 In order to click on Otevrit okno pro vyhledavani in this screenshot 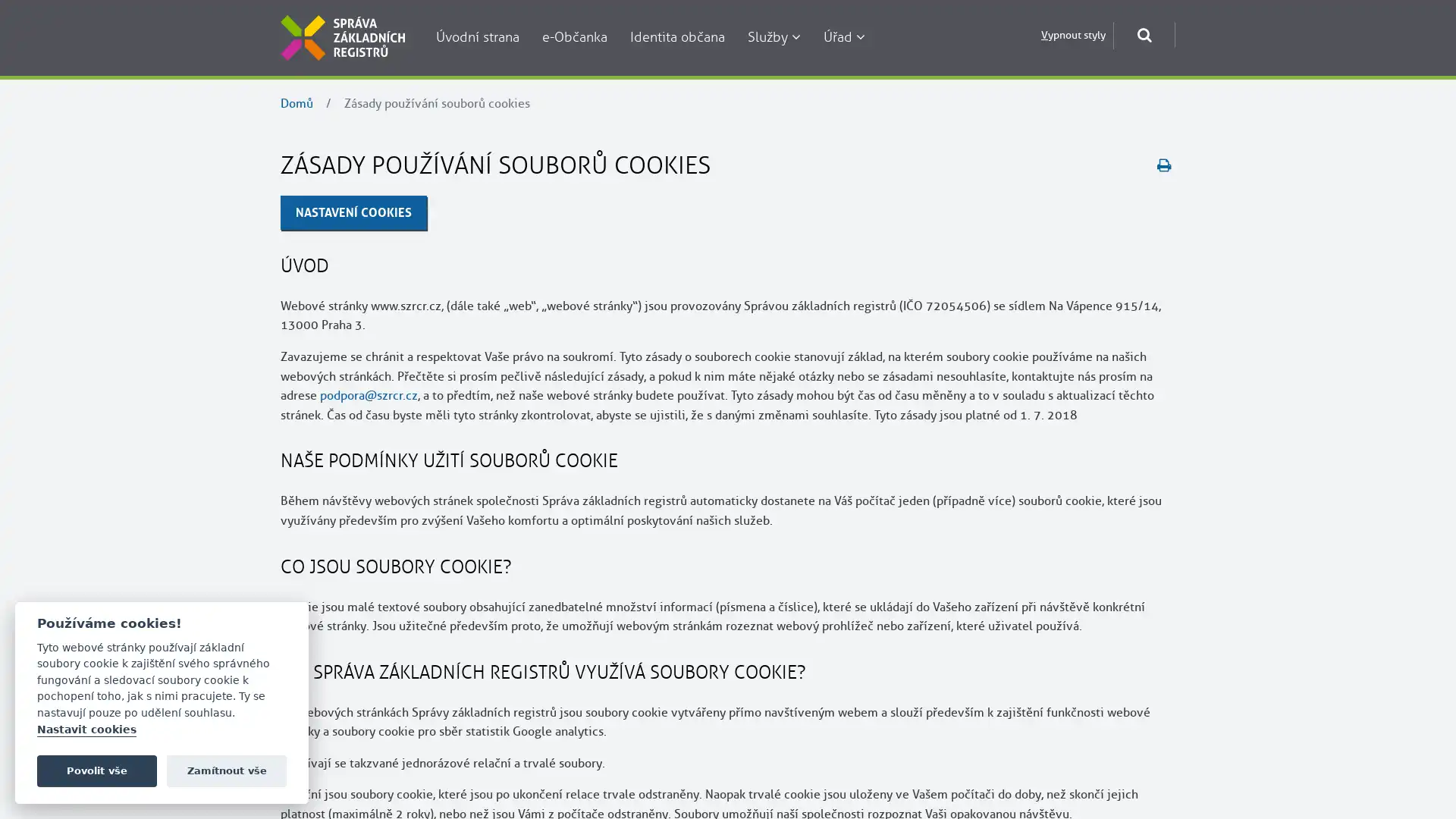, I will do `click(1144, 34)`.